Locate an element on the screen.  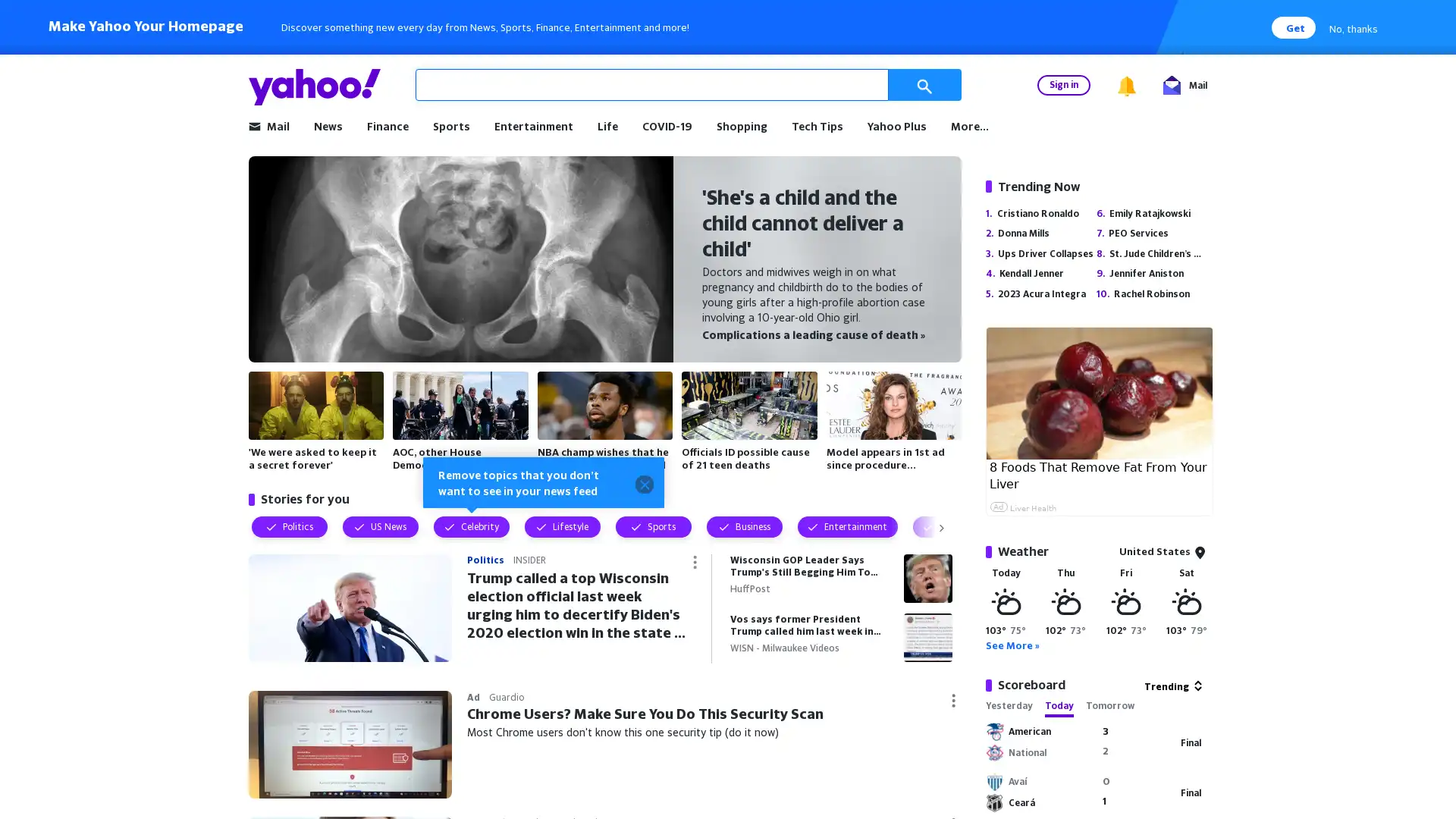
Today is located at coordinates (1058, 708).